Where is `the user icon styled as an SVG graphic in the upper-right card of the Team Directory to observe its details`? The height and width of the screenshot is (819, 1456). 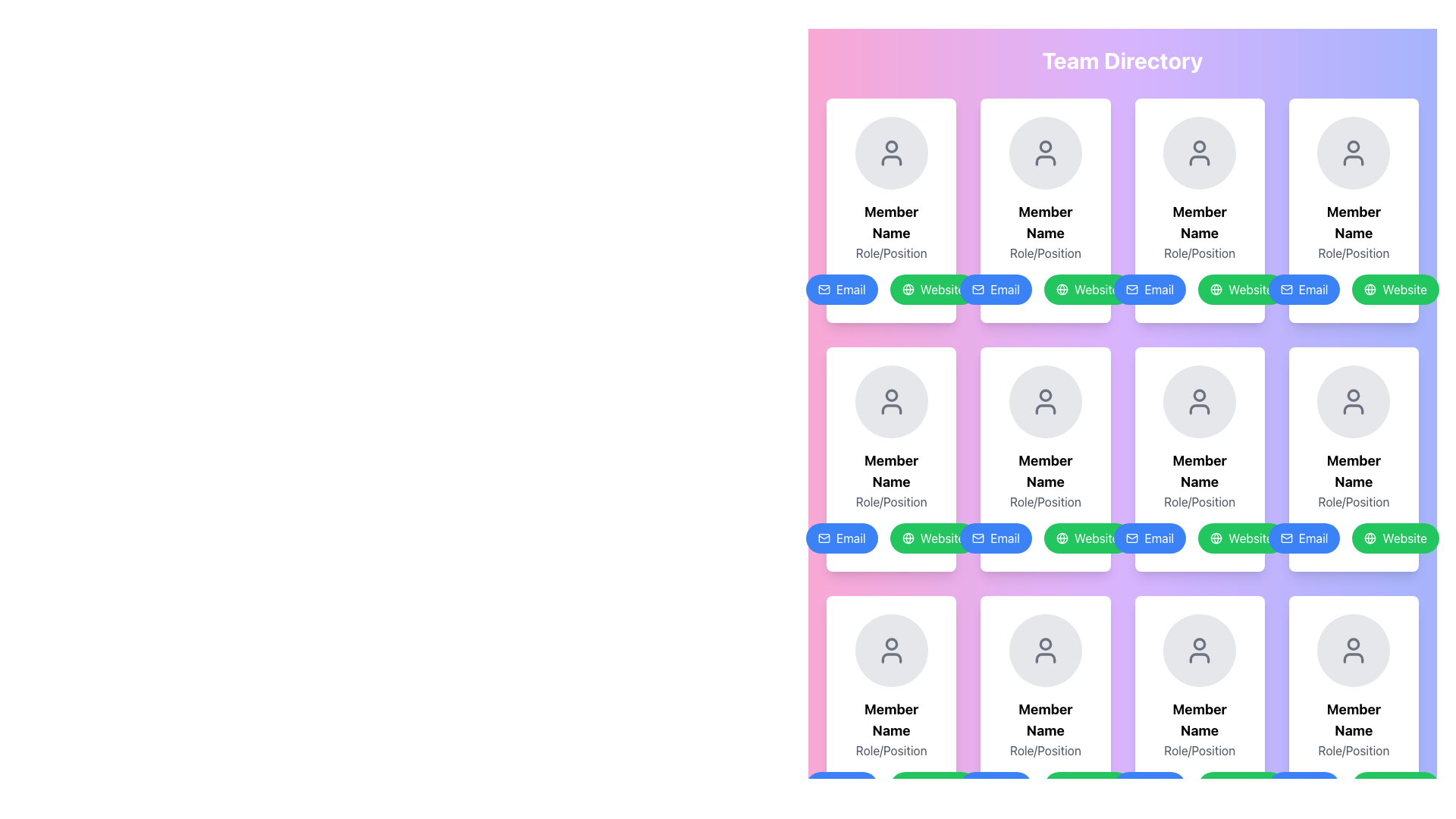
the user icon styled as an SVG graphic in the upper-right card of the Team Directory to observe its details is located at coordinates (1354, 152).